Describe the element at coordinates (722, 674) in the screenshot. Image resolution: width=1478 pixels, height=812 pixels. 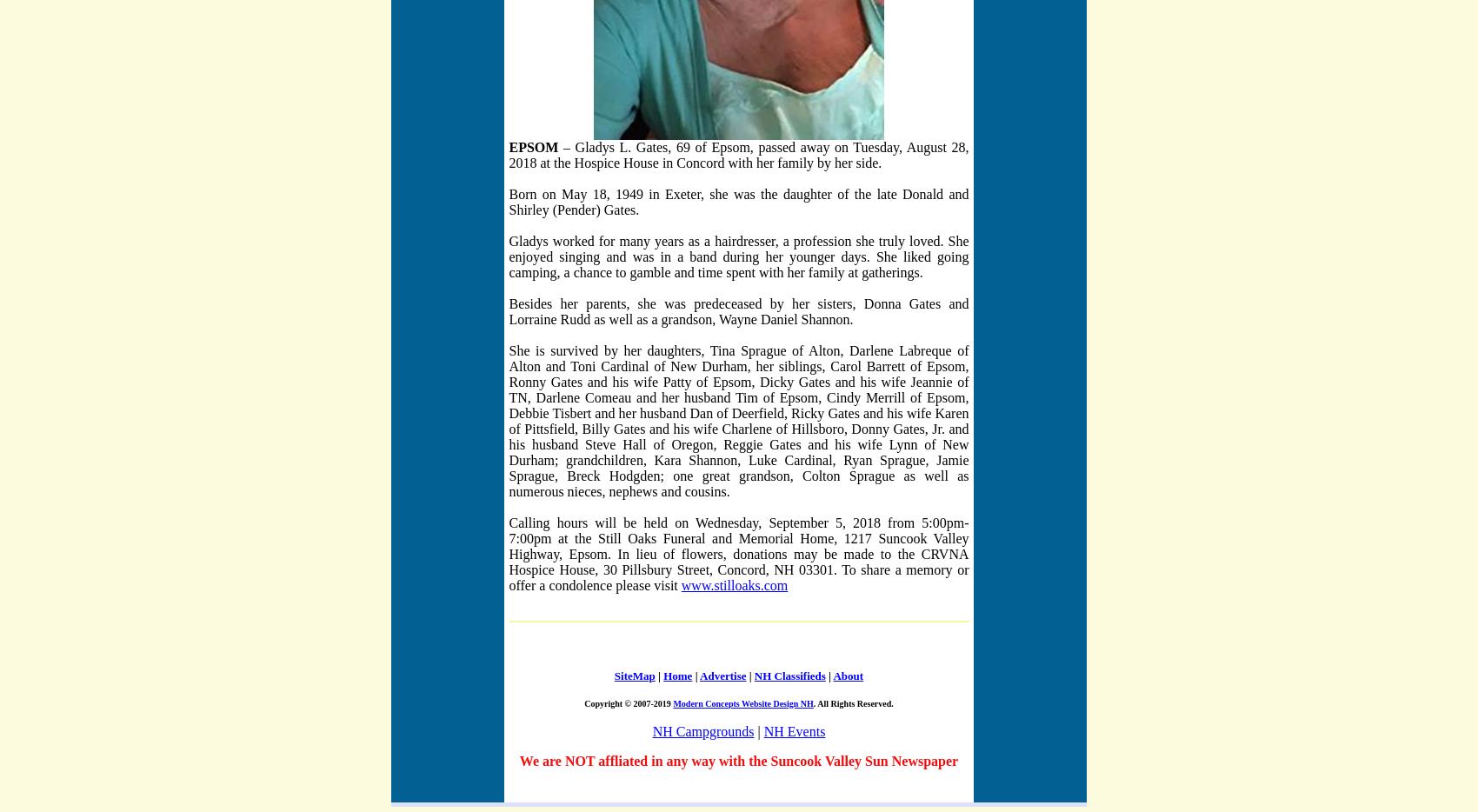
I see `'Advertise'` at that location.